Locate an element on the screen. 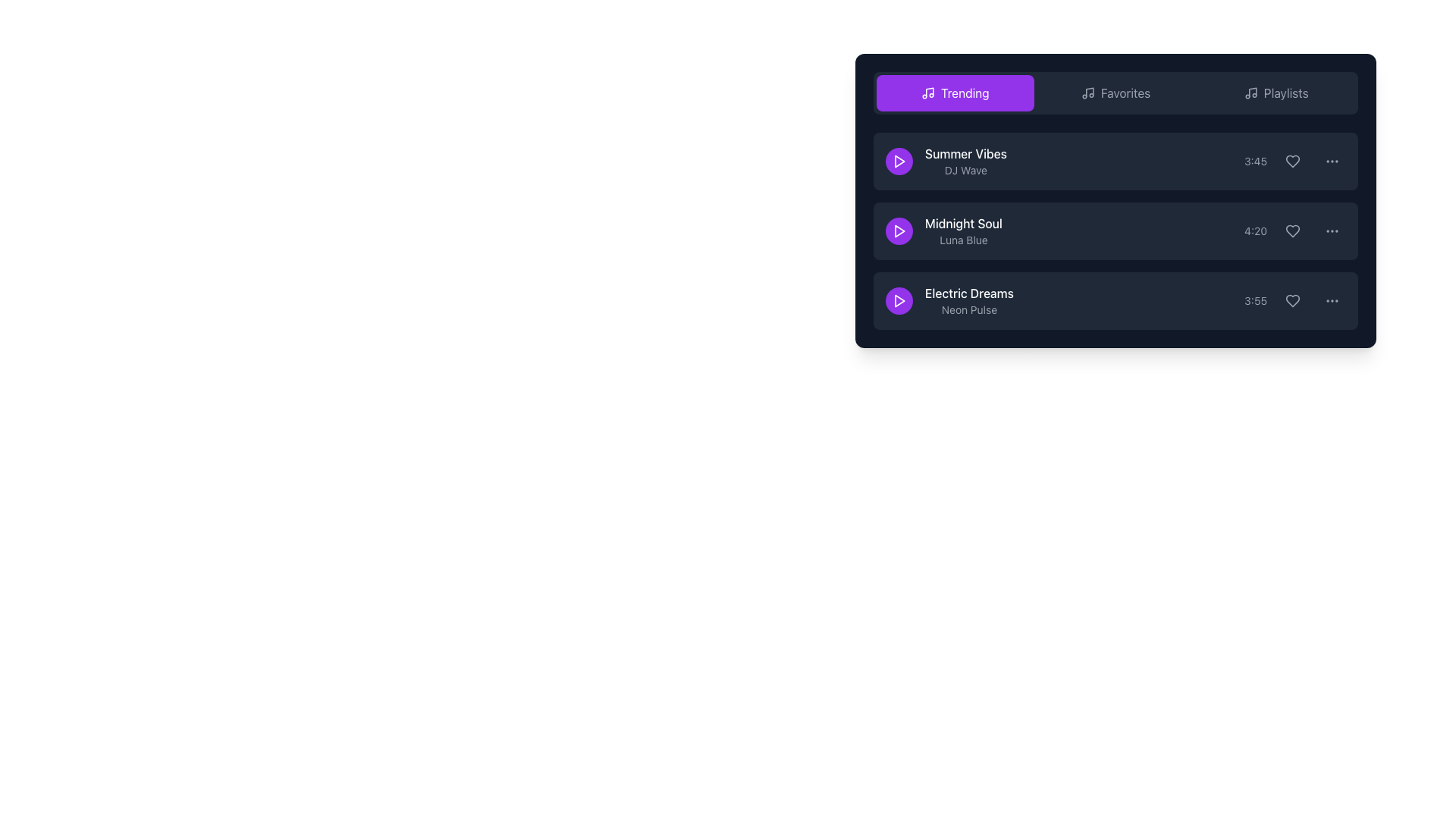 Image resolution: width=1456 pixels, height=819 pixels. the Overflow menu button represented by three vertical dots located to the far right of the song 'Electric Dreams' is located at coordinates (1331, 301).